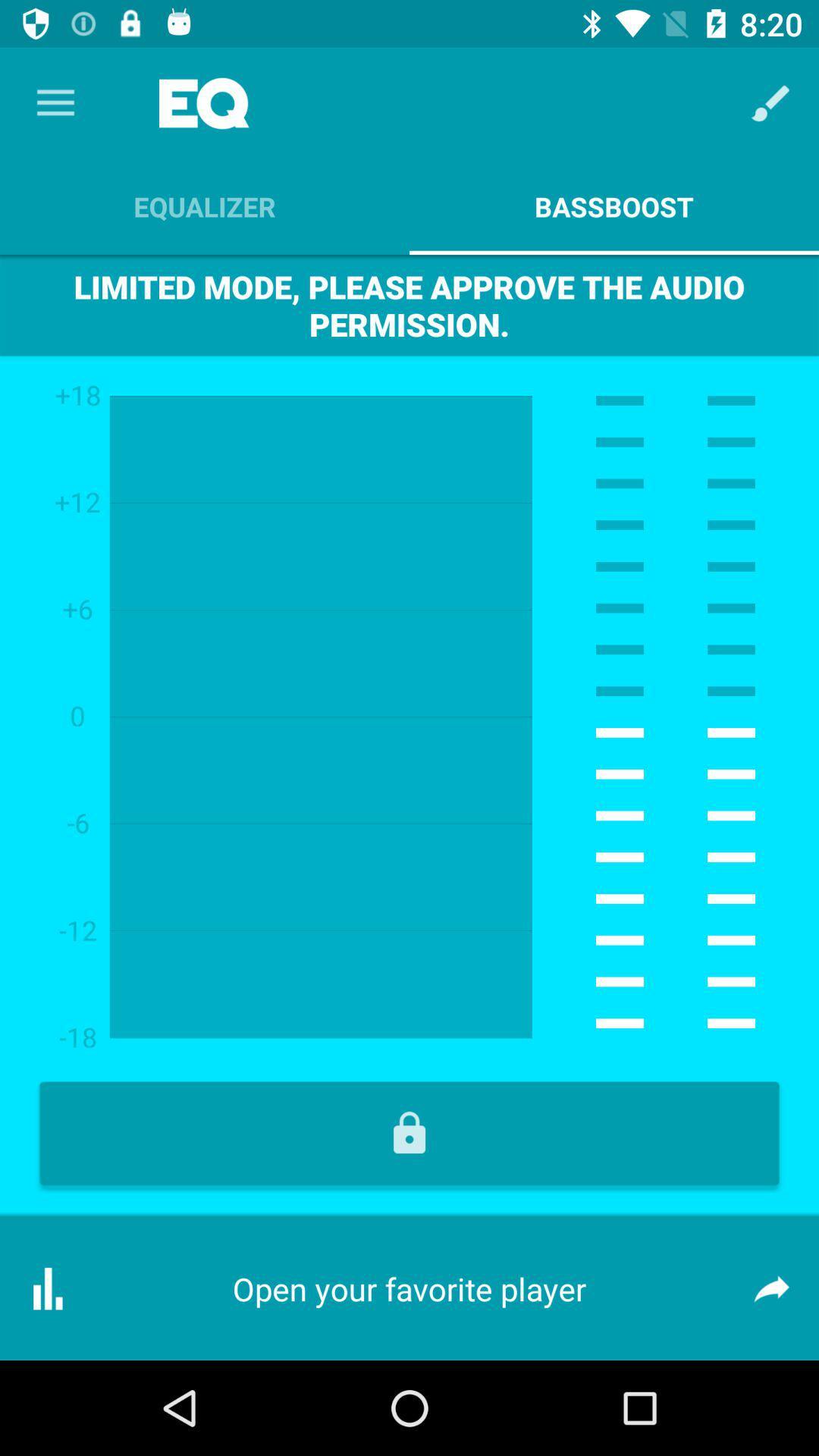  Describe the element at coordinates (409, 1133) in the screenshot. I see `lock symbol` at that location.